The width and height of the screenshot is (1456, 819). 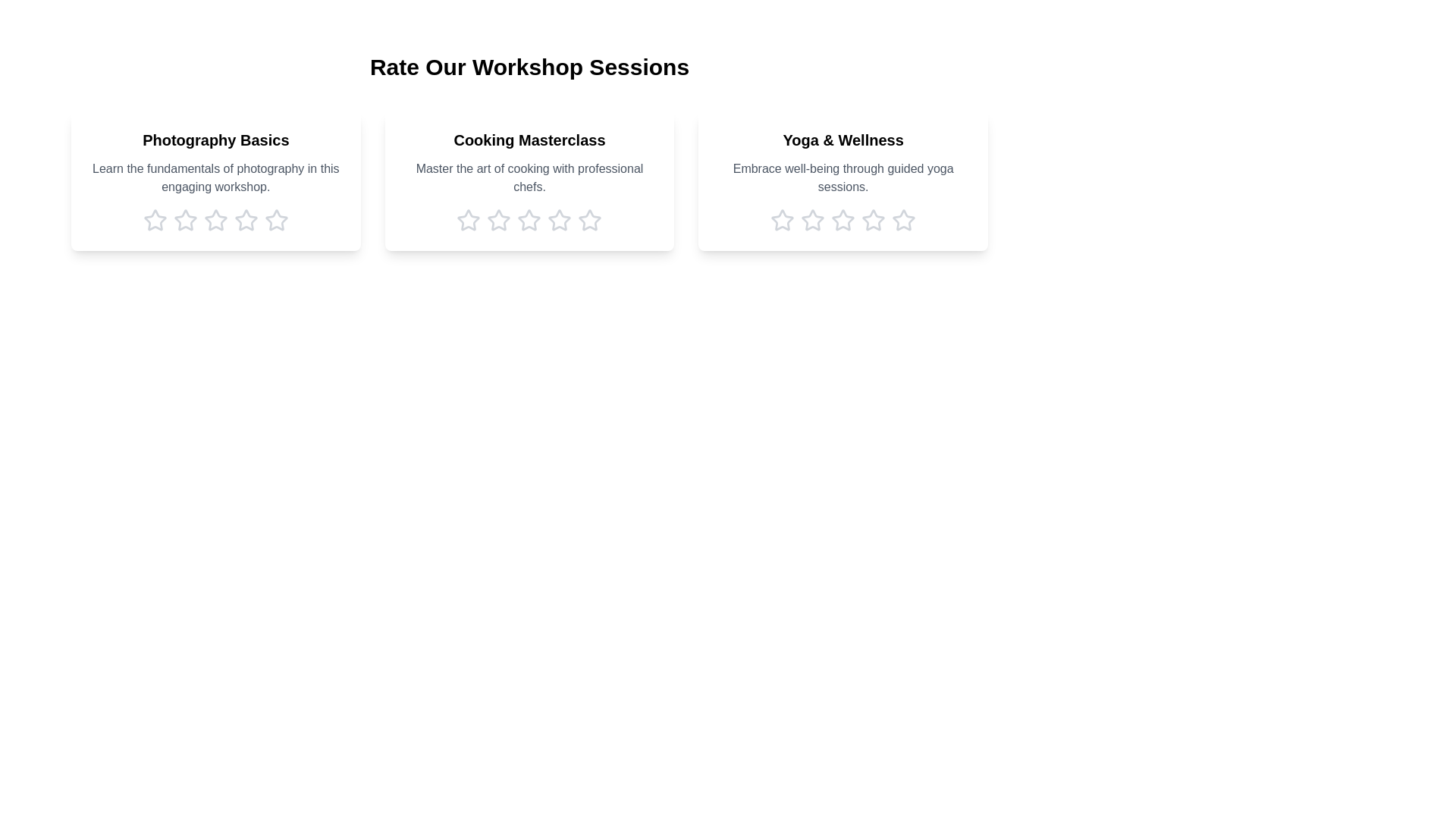 What do you see at coordinates (276, 220) in the screenshot?
I see `the rating for a workshop to 5 stars` at bounding box center [276, 220].